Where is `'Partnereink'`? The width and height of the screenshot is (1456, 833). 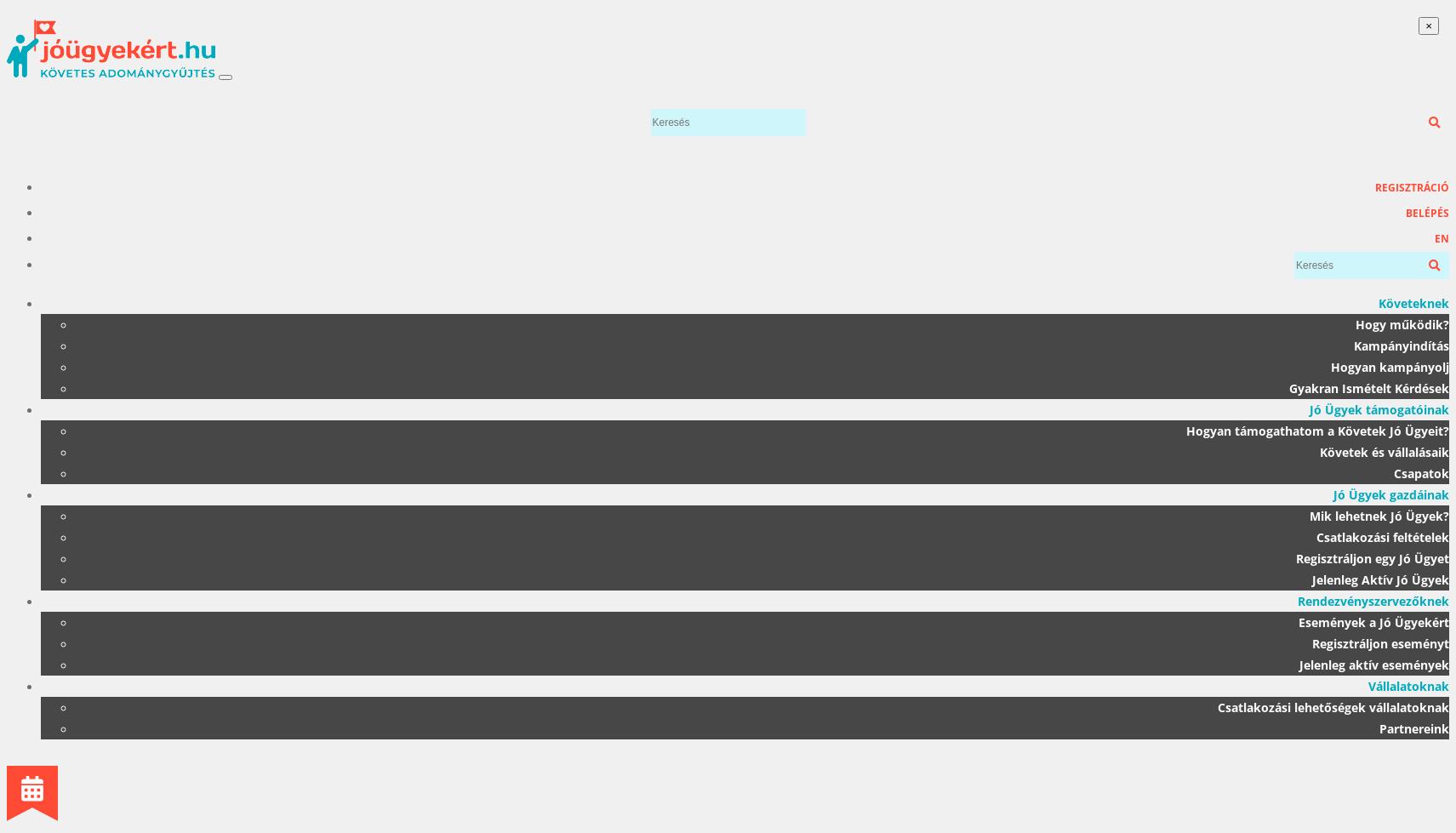
'Partnereink' is located at coordinates (1414, 727).